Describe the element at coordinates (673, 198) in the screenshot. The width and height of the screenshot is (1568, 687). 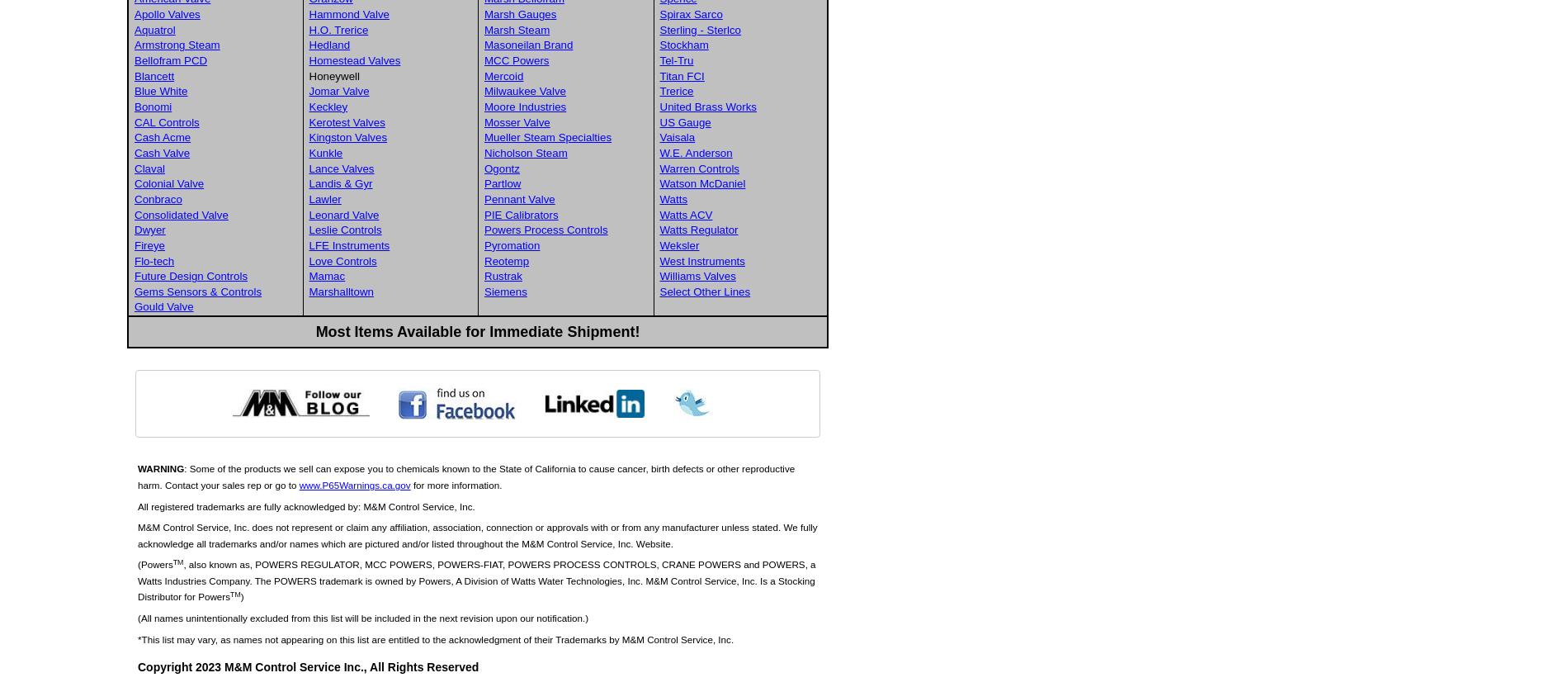
I see `'Watts'` at that location.